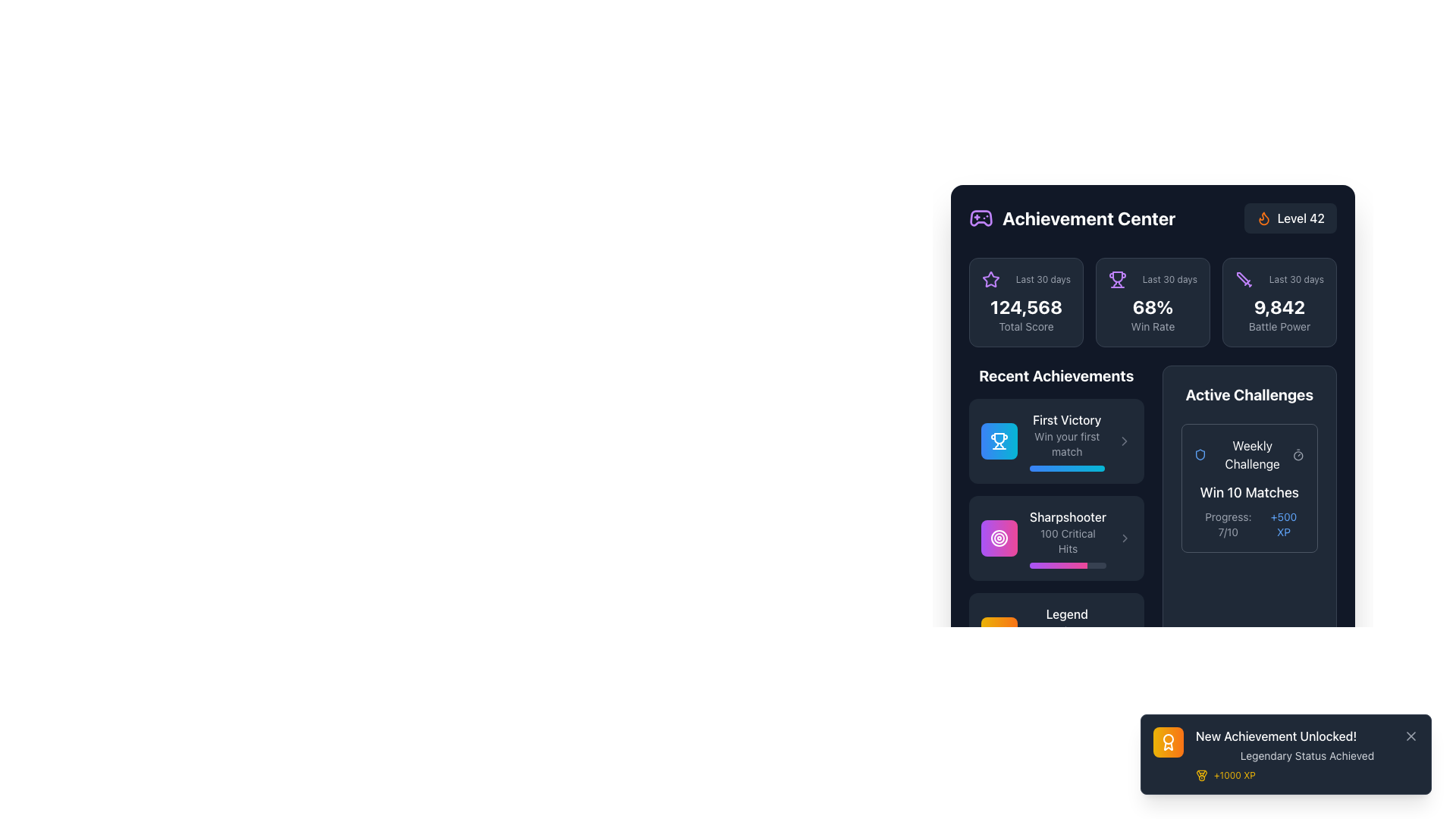  Describe the element at coordinates (1295, 280) in the screenshot. I see `the informational Text label describing the time period for the 'Battle Power' statistic in the Achievement Center interface` at that location.